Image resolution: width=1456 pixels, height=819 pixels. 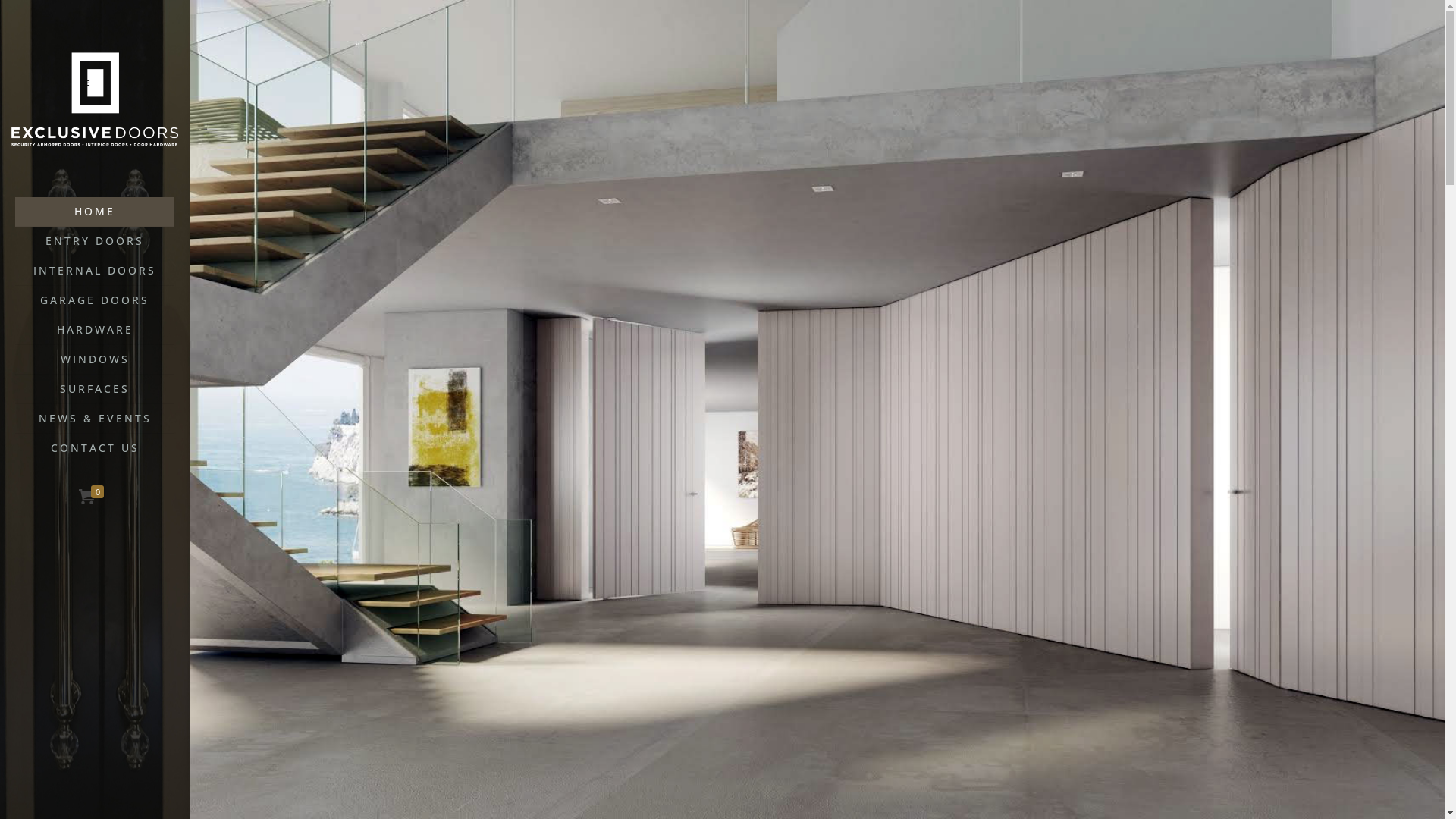 I want to click on 'Exclusive Doors', so click(x=93, y=99).